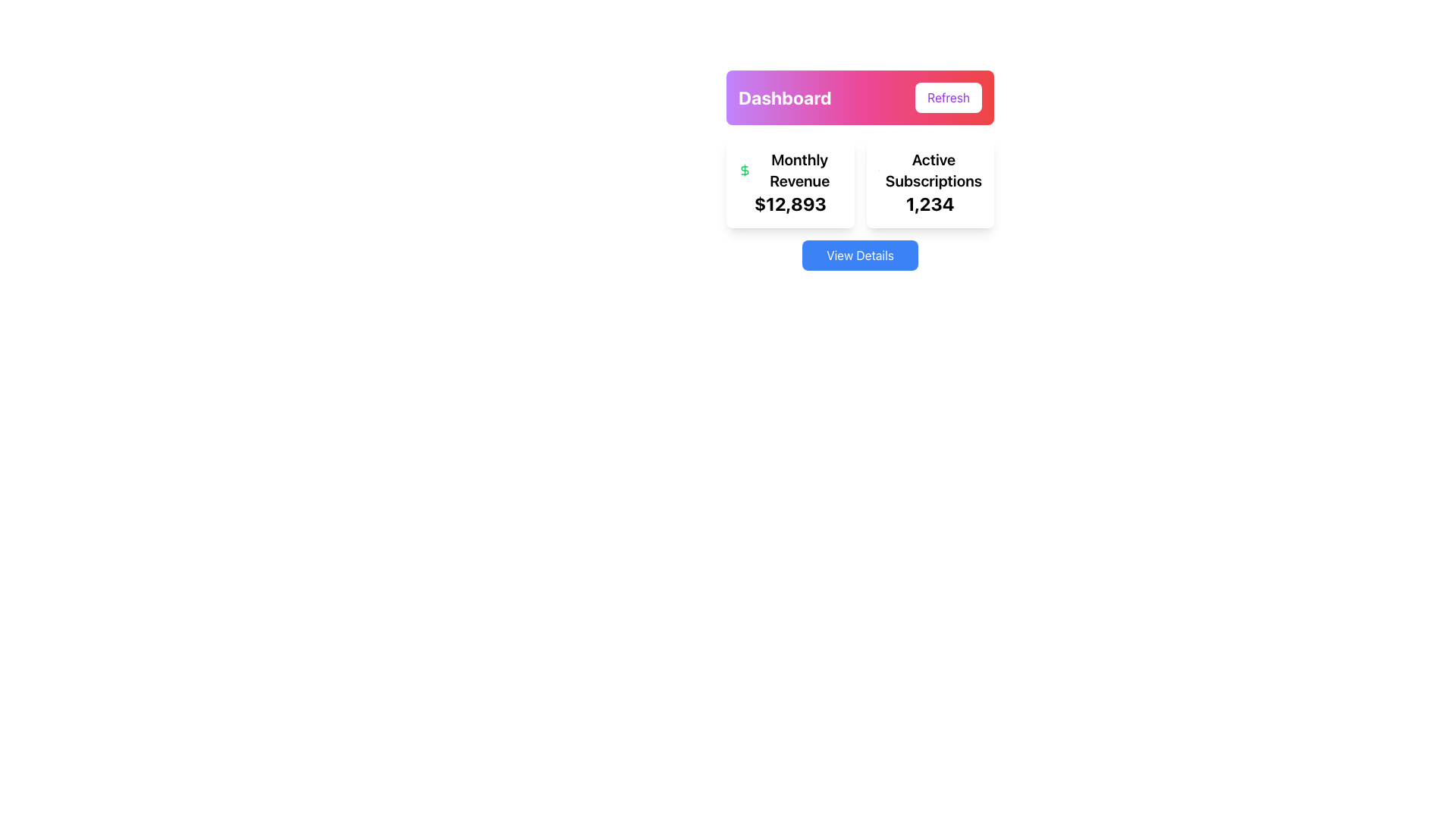 The width and height of the screenshot is (1456, 819). I want to click on the text label indicating the revenue information, which is positioned at the top-left corner of a white card with rounded corners, so click(789, 170).